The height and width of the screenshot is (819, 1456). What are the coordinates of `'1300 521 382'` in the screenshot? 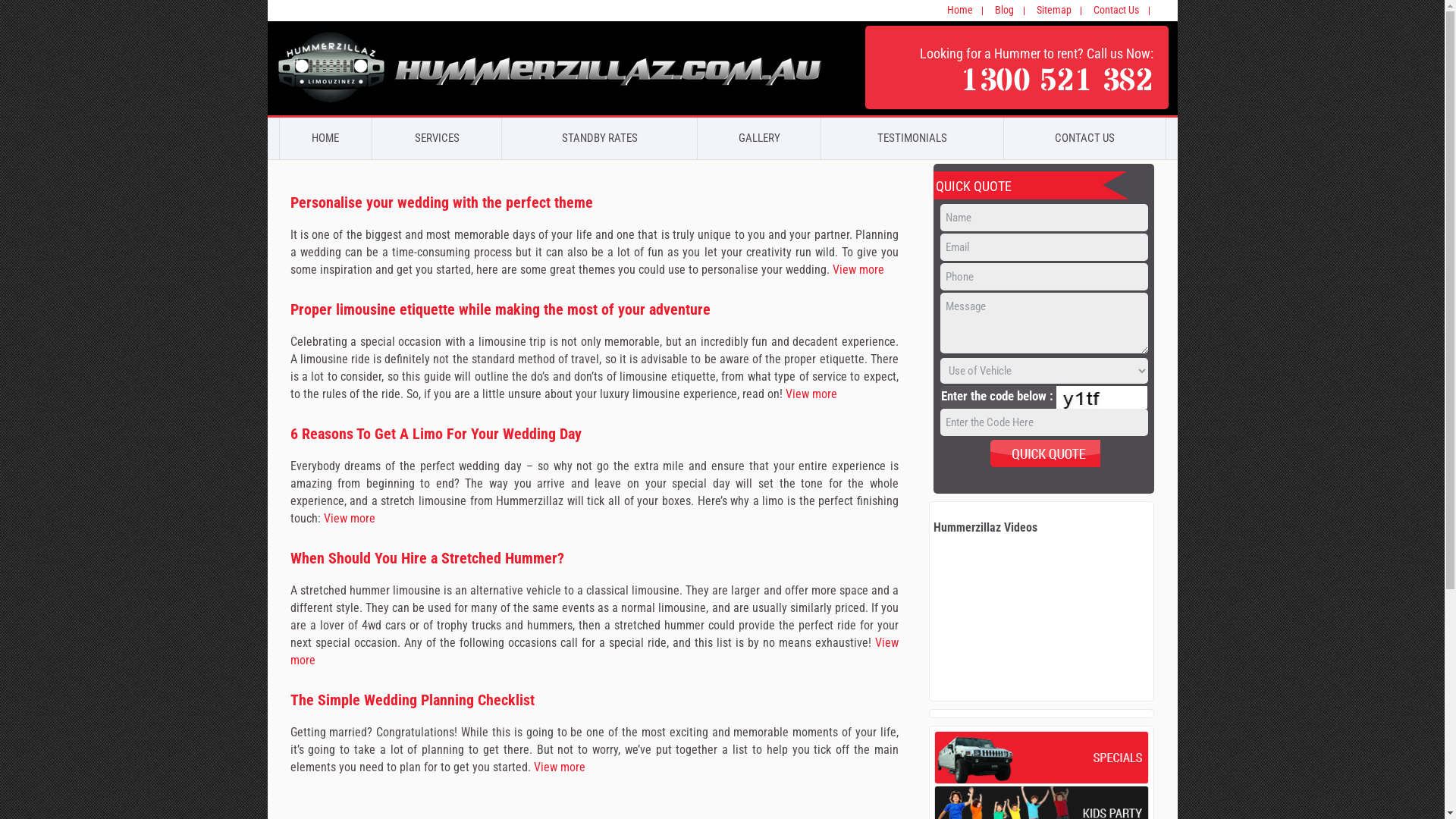 It's located at (1055, 83).